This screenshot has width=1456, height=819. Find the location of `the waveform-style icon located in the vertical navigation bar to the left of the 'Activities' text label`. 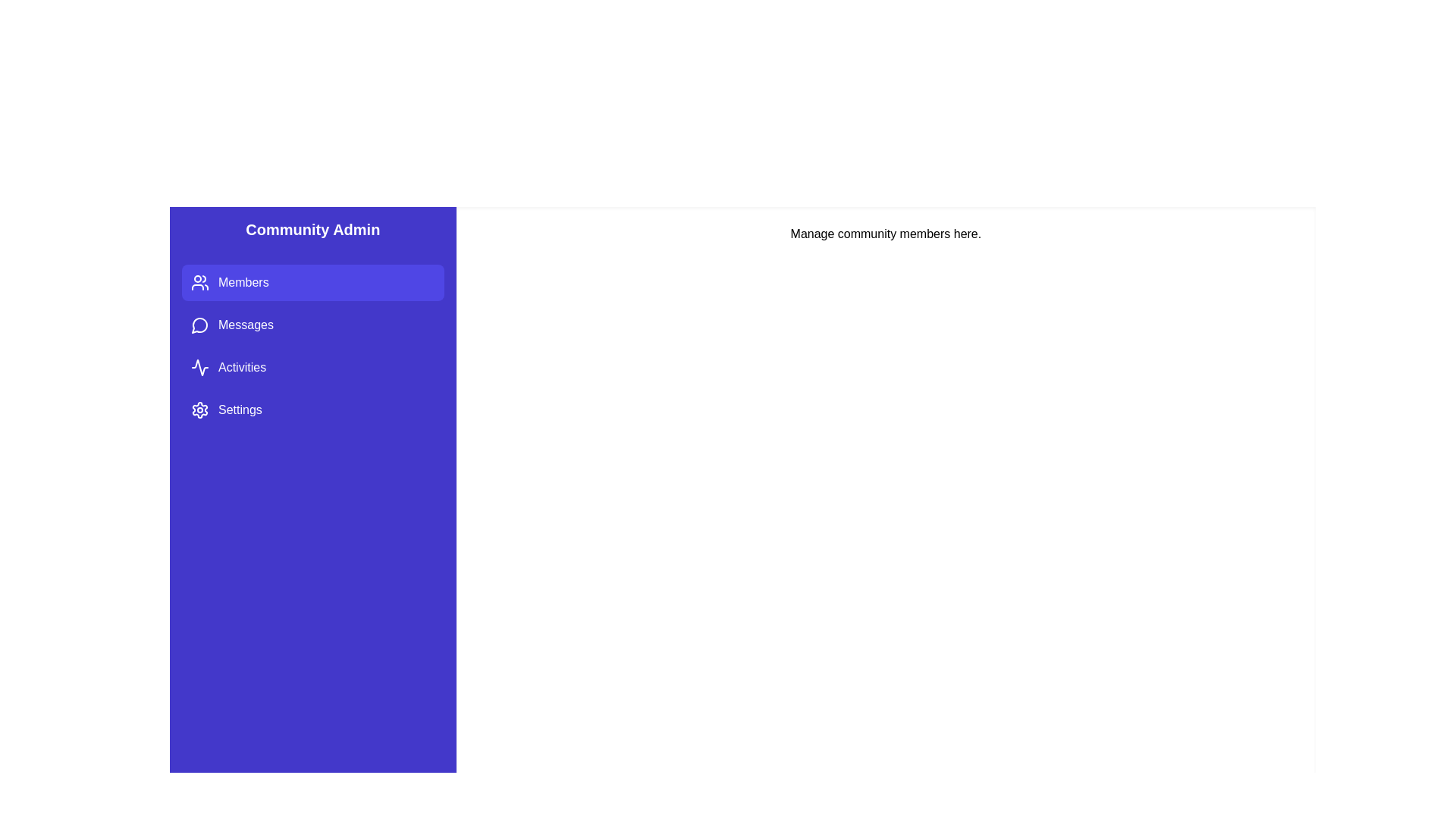

the waveform-style icon located in the vertical navigation bar to the left of the 'Activities' text label is located at coordinates (199, 368).